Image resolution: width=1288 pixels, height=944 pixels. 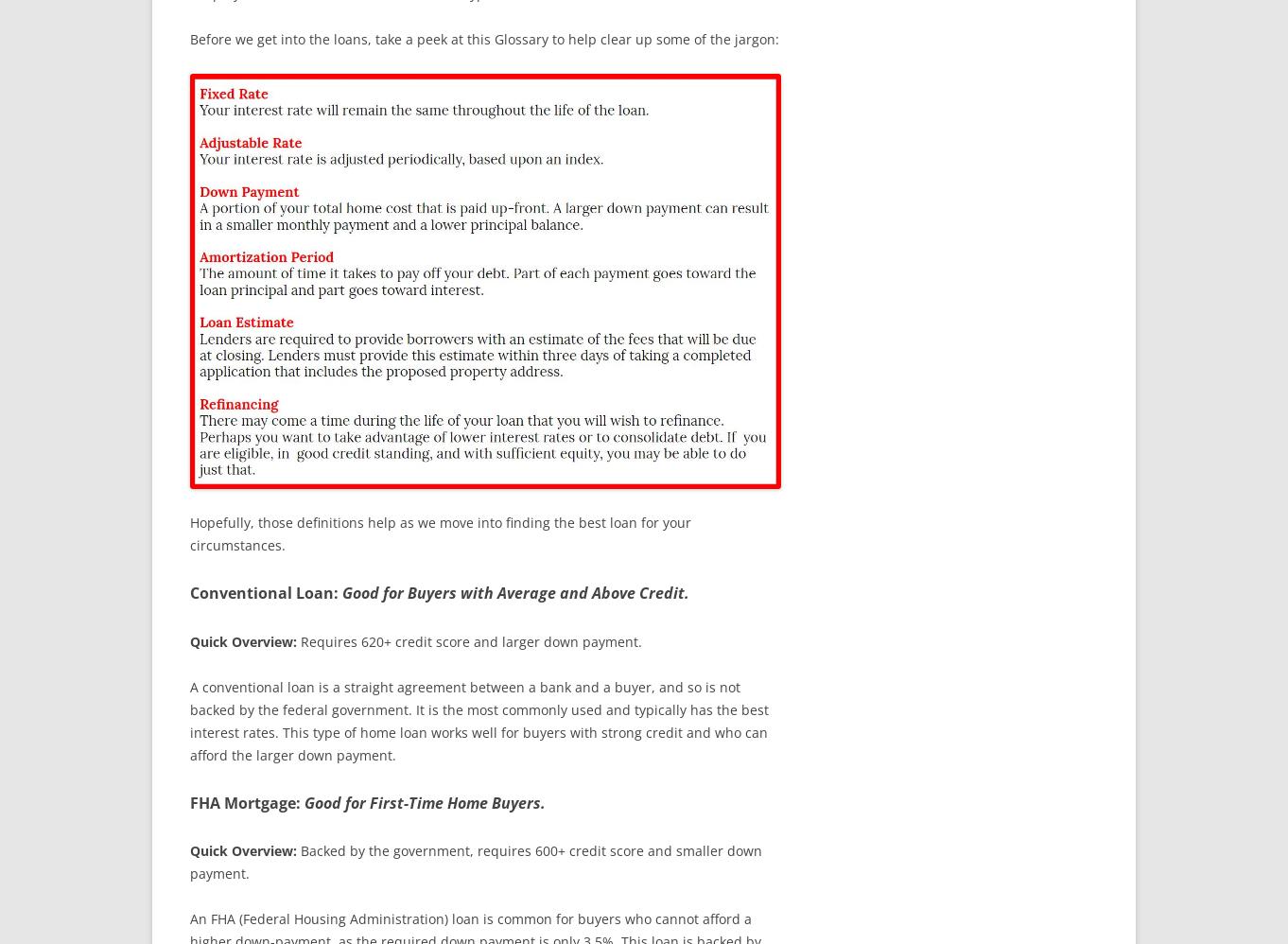 What do you see at coordinates (246, 802) in the screenshot?
I see `'FHA Mortgage:'` at bounding box center [246, 802].